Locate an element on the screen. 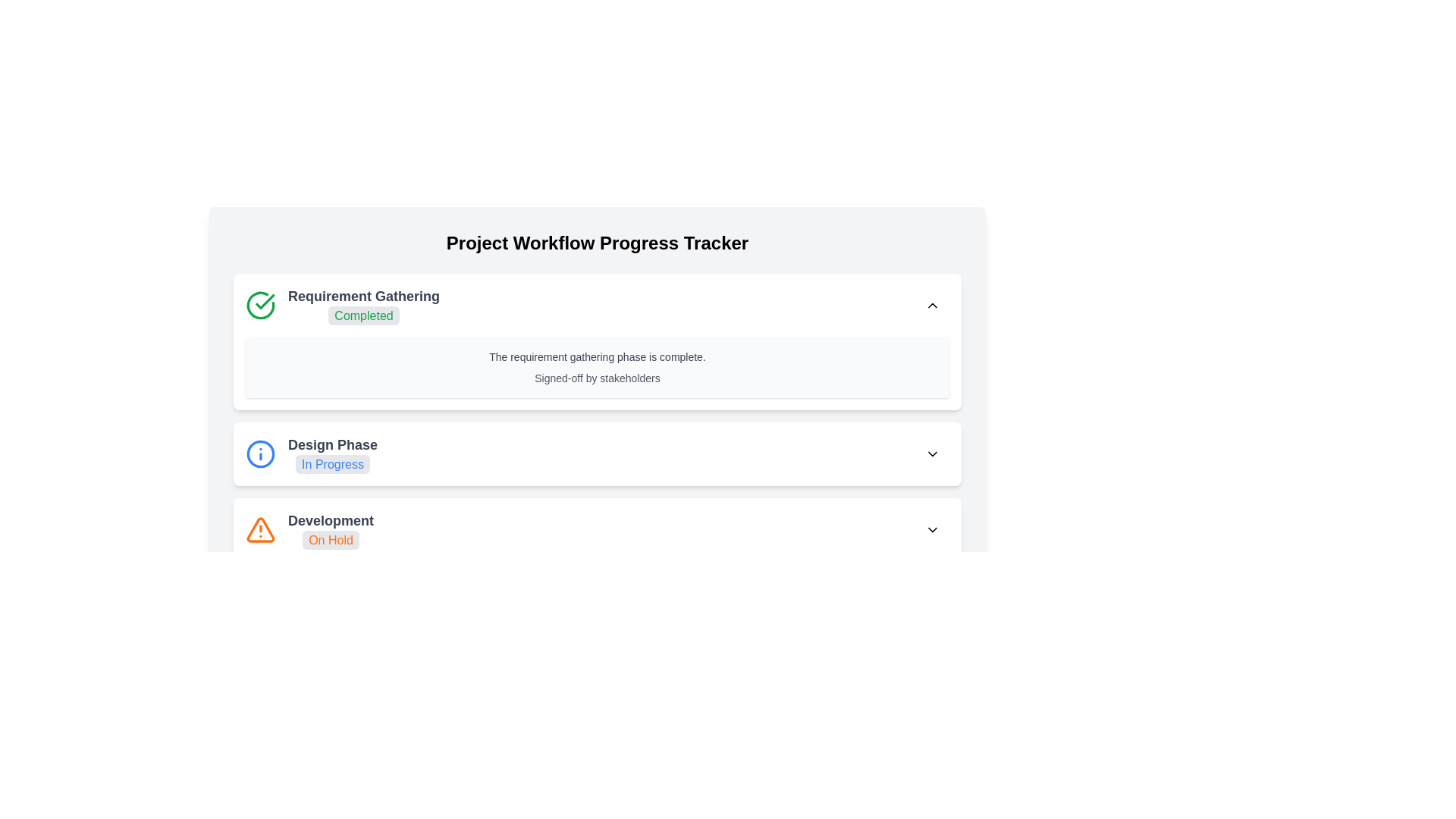  the 'Completed' label, which has a green font color and a tag-like appearance, located directly beneath the 'Requirement Gathering' title is located at coordinates (364, 315).